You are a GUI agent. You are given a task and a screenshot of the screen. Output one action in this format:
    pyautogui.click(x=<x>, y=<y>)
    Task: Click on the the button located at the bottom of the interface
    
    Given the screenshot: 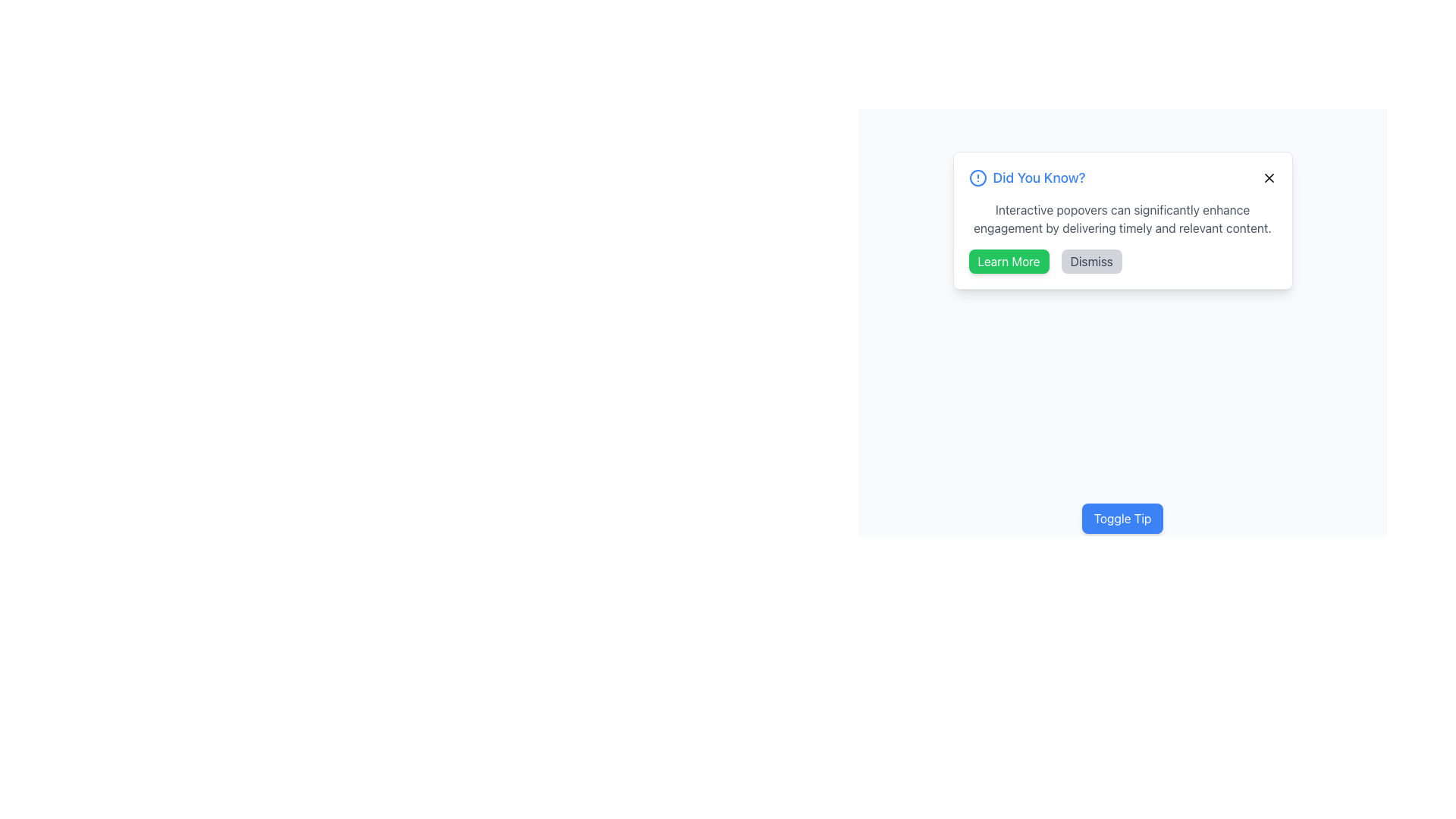 What is the action you would take?
    pyautogui.click(x=1122, y=517)
    